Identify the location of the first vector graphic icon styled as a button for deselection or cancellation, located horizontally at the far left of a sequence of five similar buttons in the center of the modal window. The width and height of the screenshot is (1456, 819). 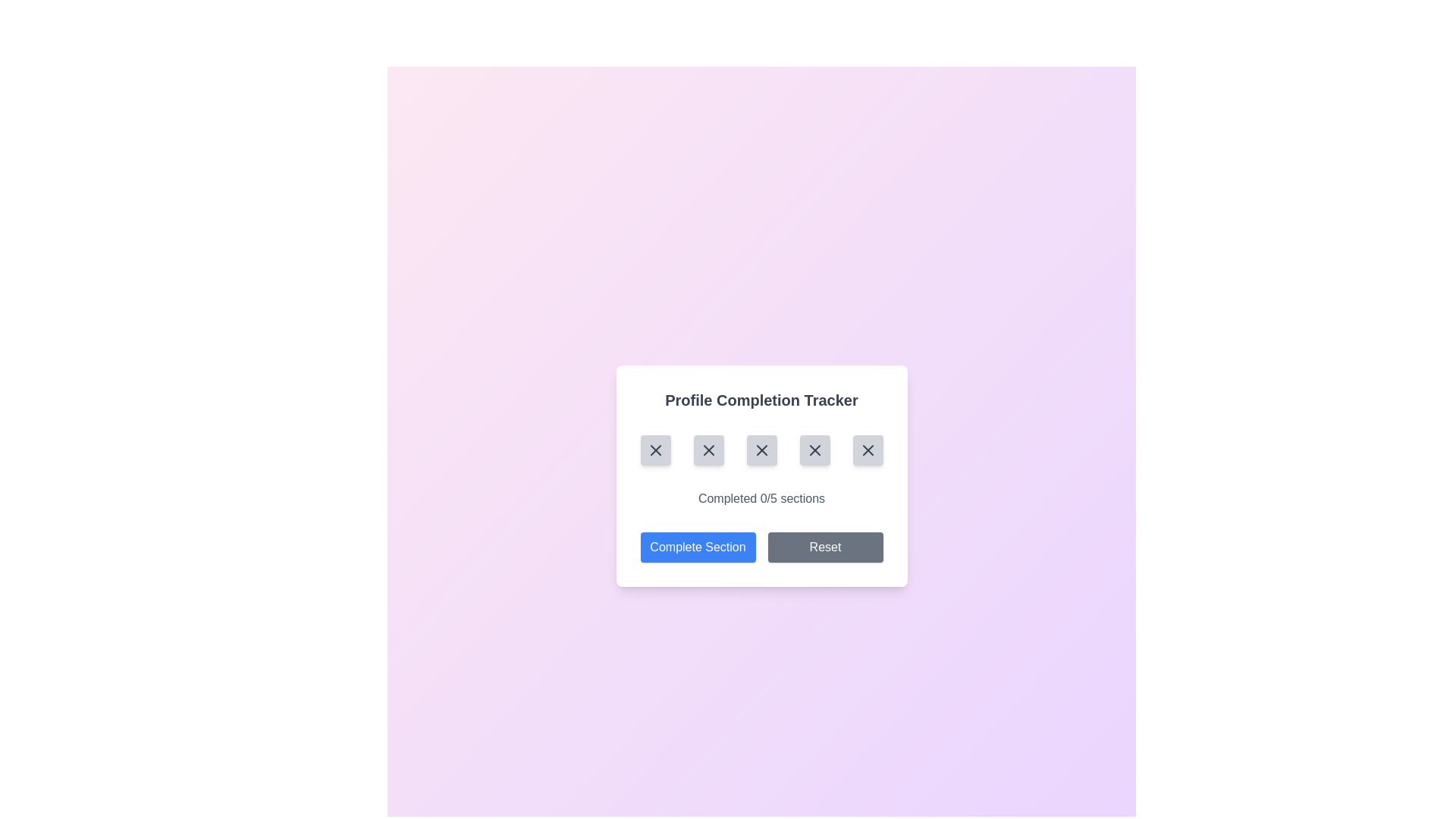
(655, 450).